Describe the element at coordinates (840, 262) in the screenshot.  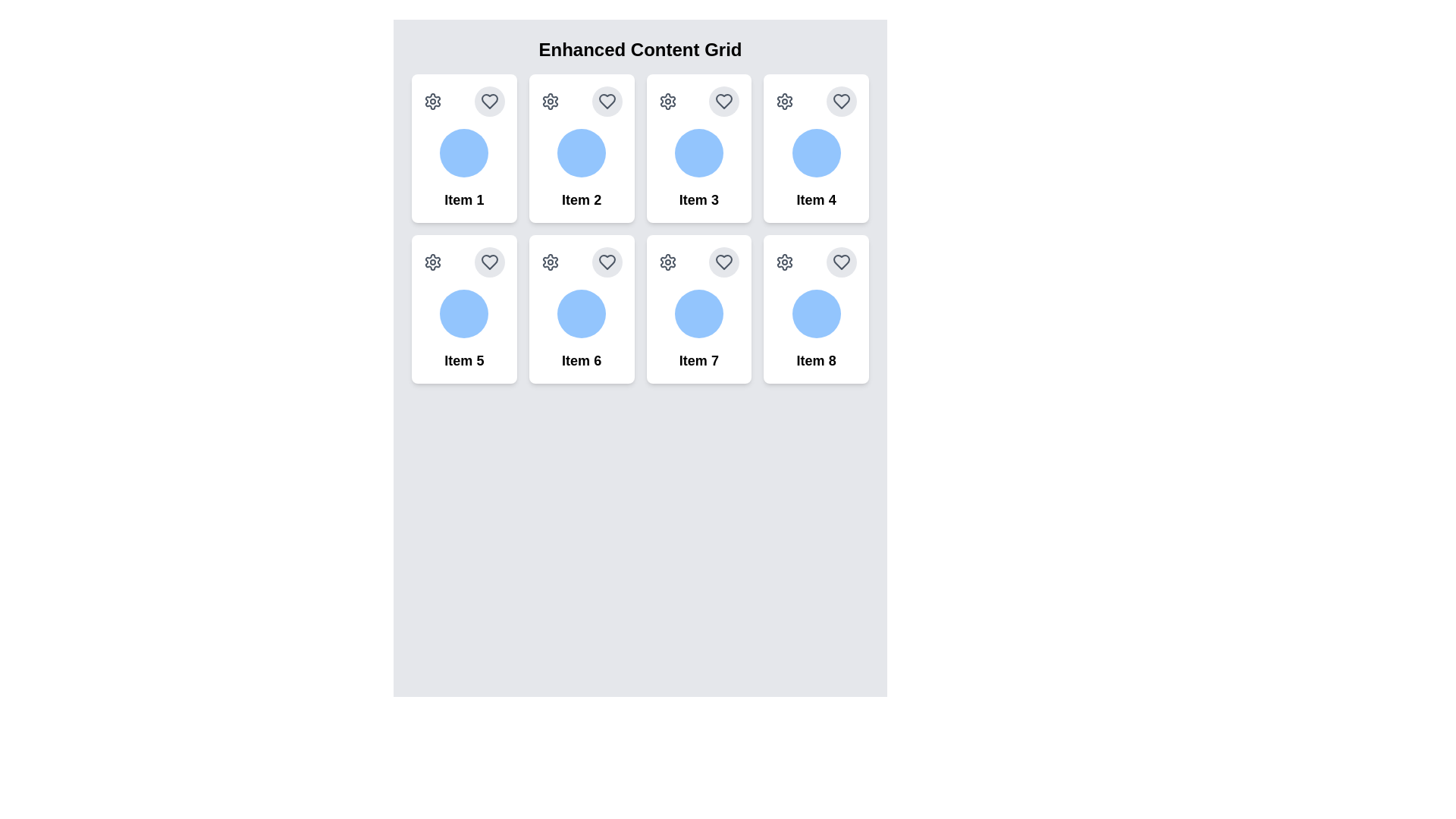
I see `the heart-shaped SVG vector icon located in the top-right corner of the card labeled 'Item 8' to mark the associated content as liked or favorited` at that location.